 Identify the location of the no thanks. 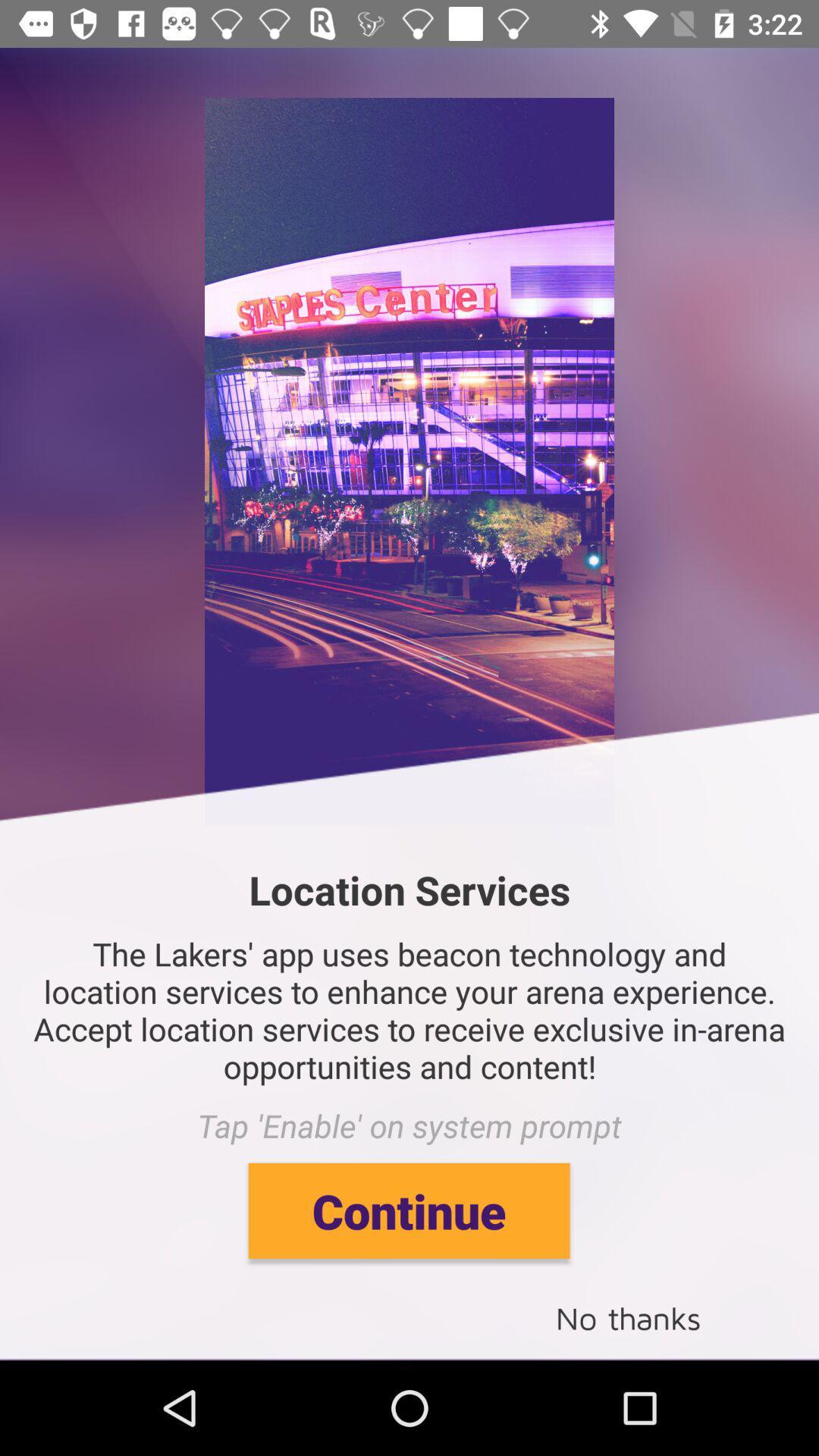
(628, 1316).